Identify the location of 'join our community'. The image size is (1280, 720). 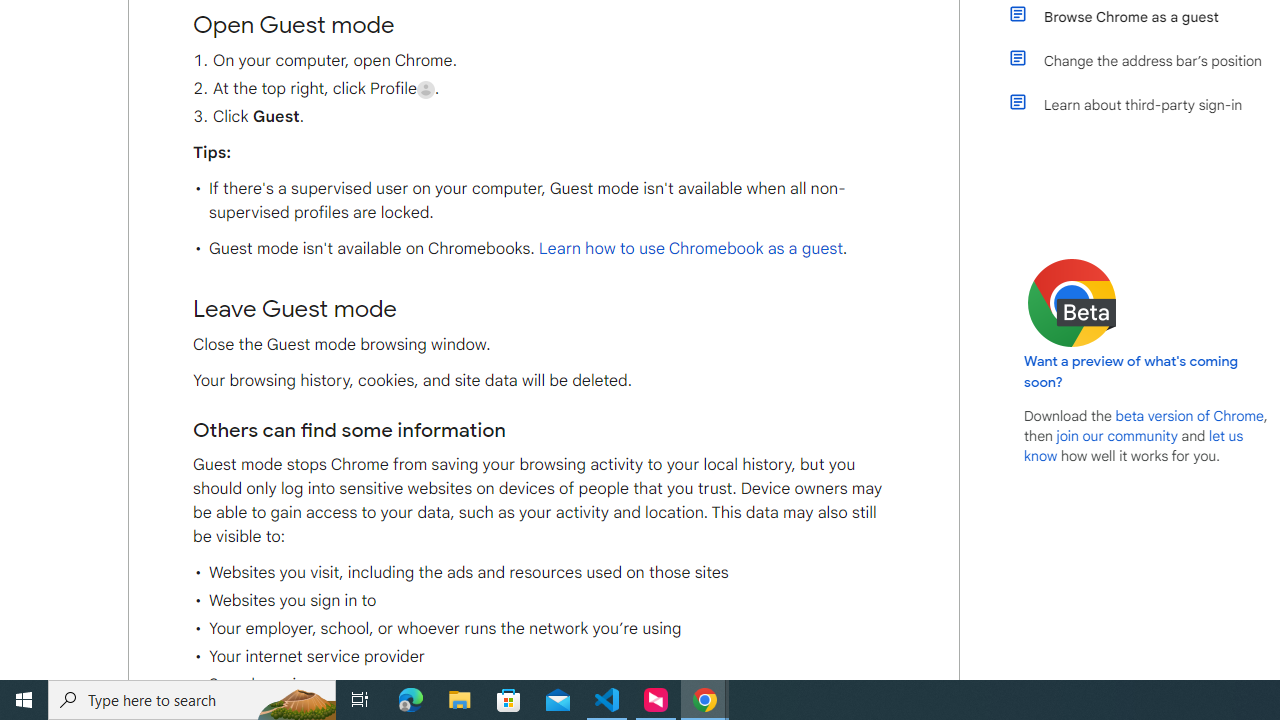
(1115, 434).